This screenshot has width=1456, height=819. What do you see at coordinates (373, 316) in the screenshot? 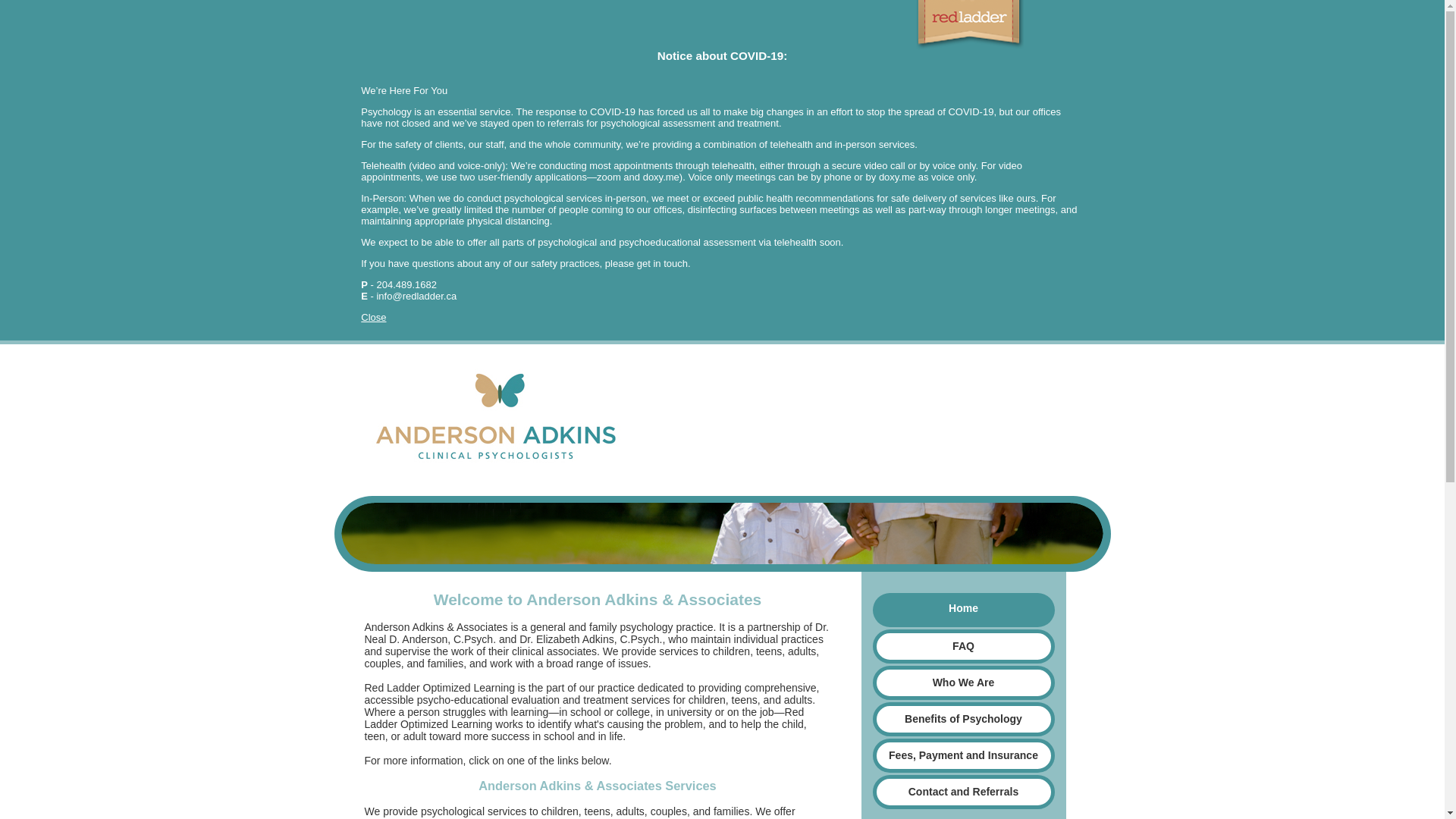
I see `'Close'` at bounding box center [373, 316].